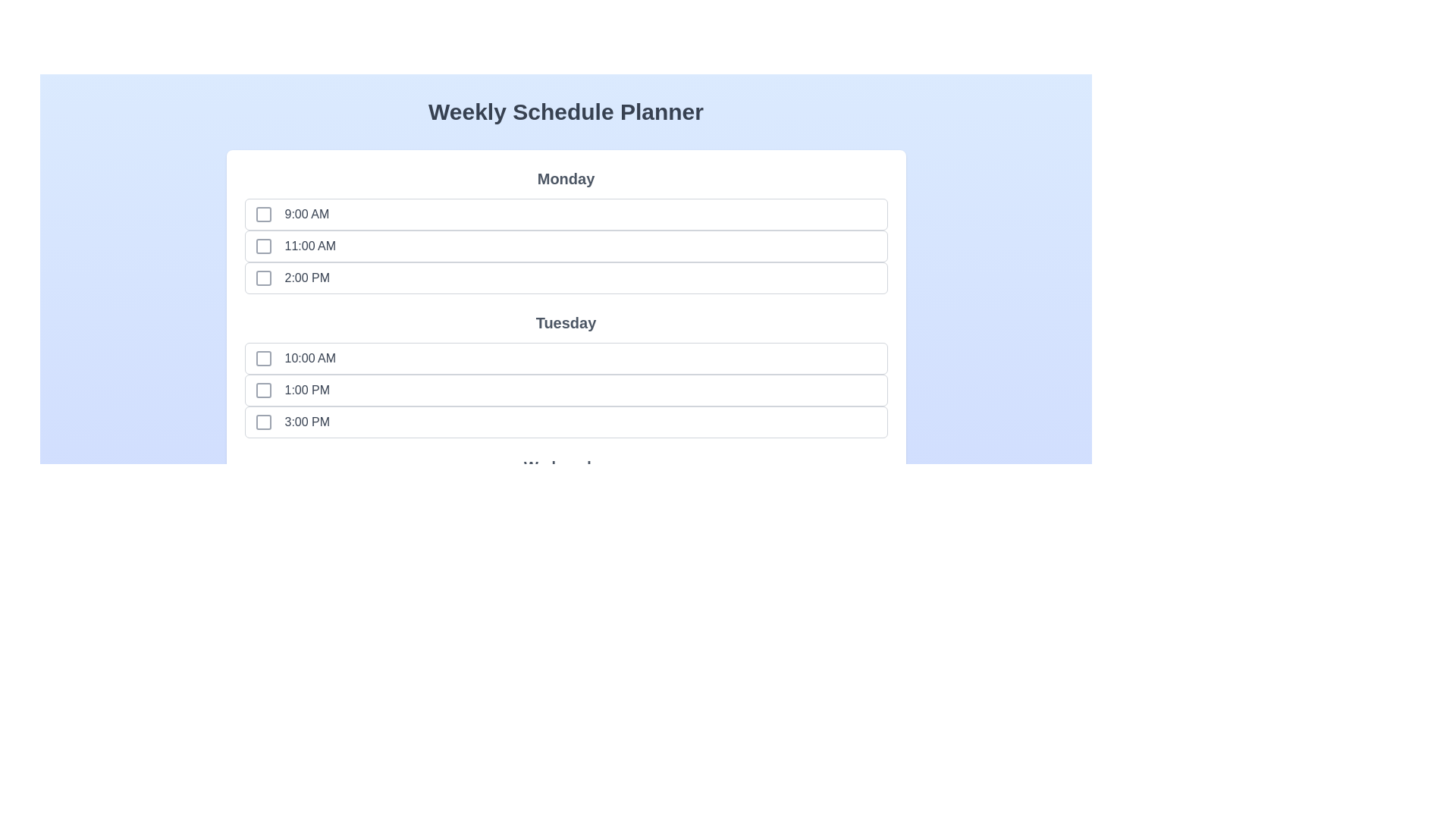 This screenshot has height=819, width=1456. I want to click on the time slot Monday at 2:00 PM, so click(263, 278).